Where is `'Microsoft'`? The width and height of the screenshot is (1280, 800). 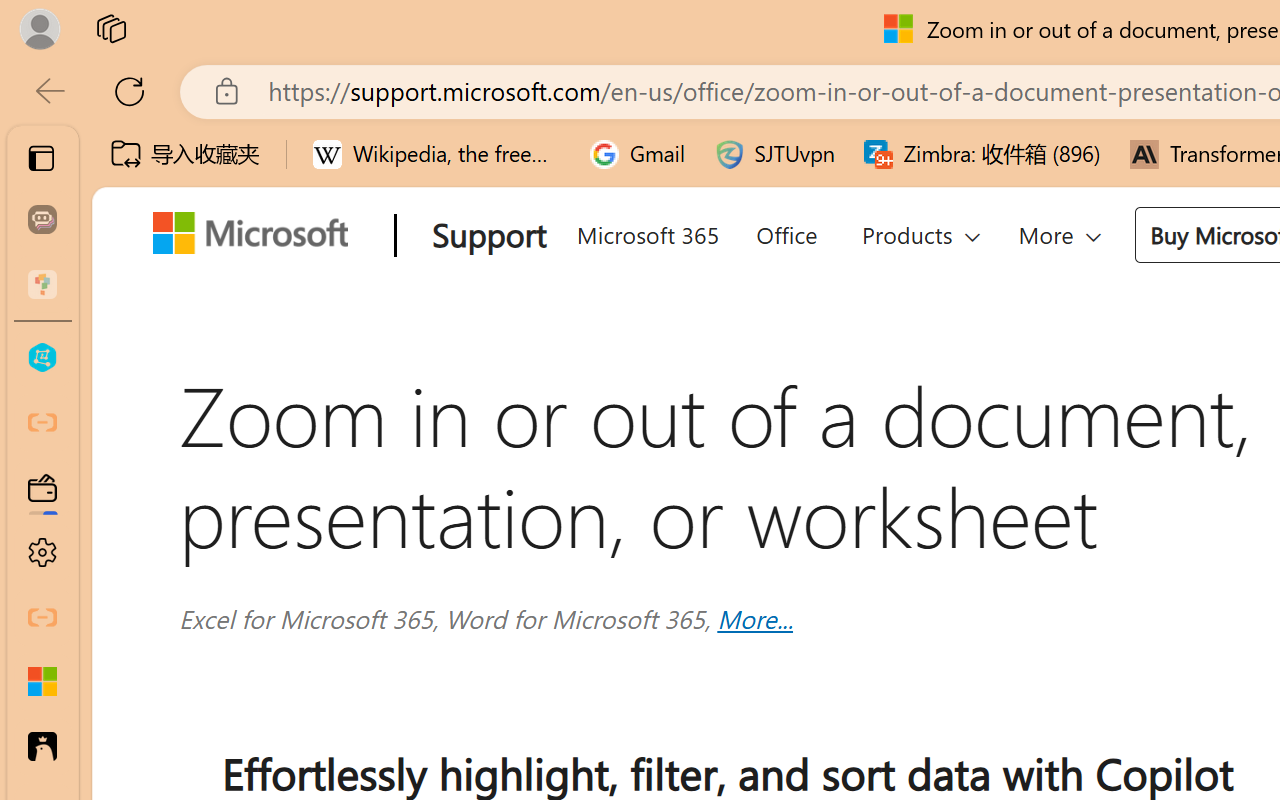
'Microsoft' is located at coordinates (256, 236).